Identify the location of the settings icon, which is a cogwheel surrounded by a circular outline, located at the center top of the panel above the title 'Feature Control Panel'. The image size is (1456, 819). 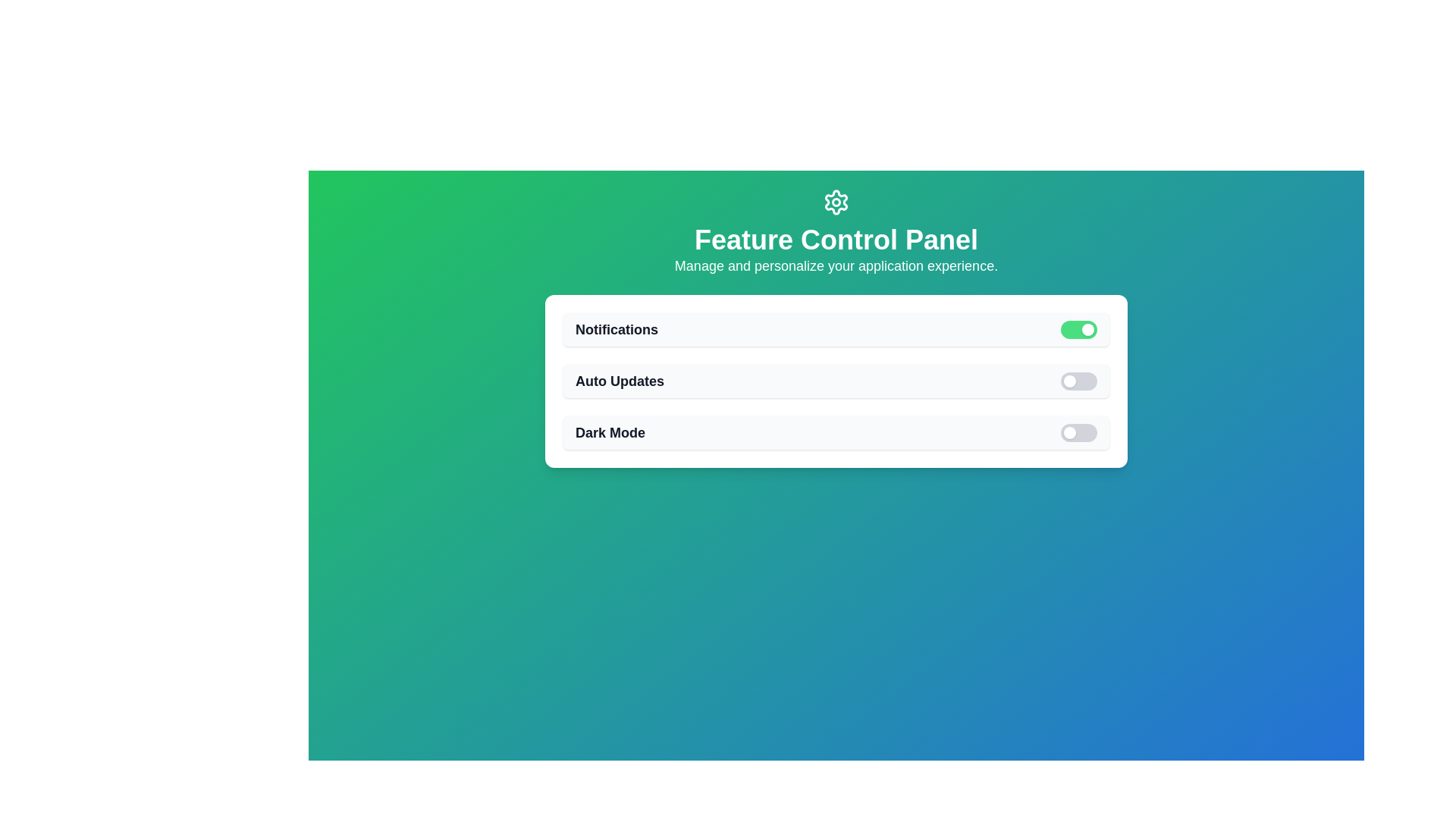
(836, 201).